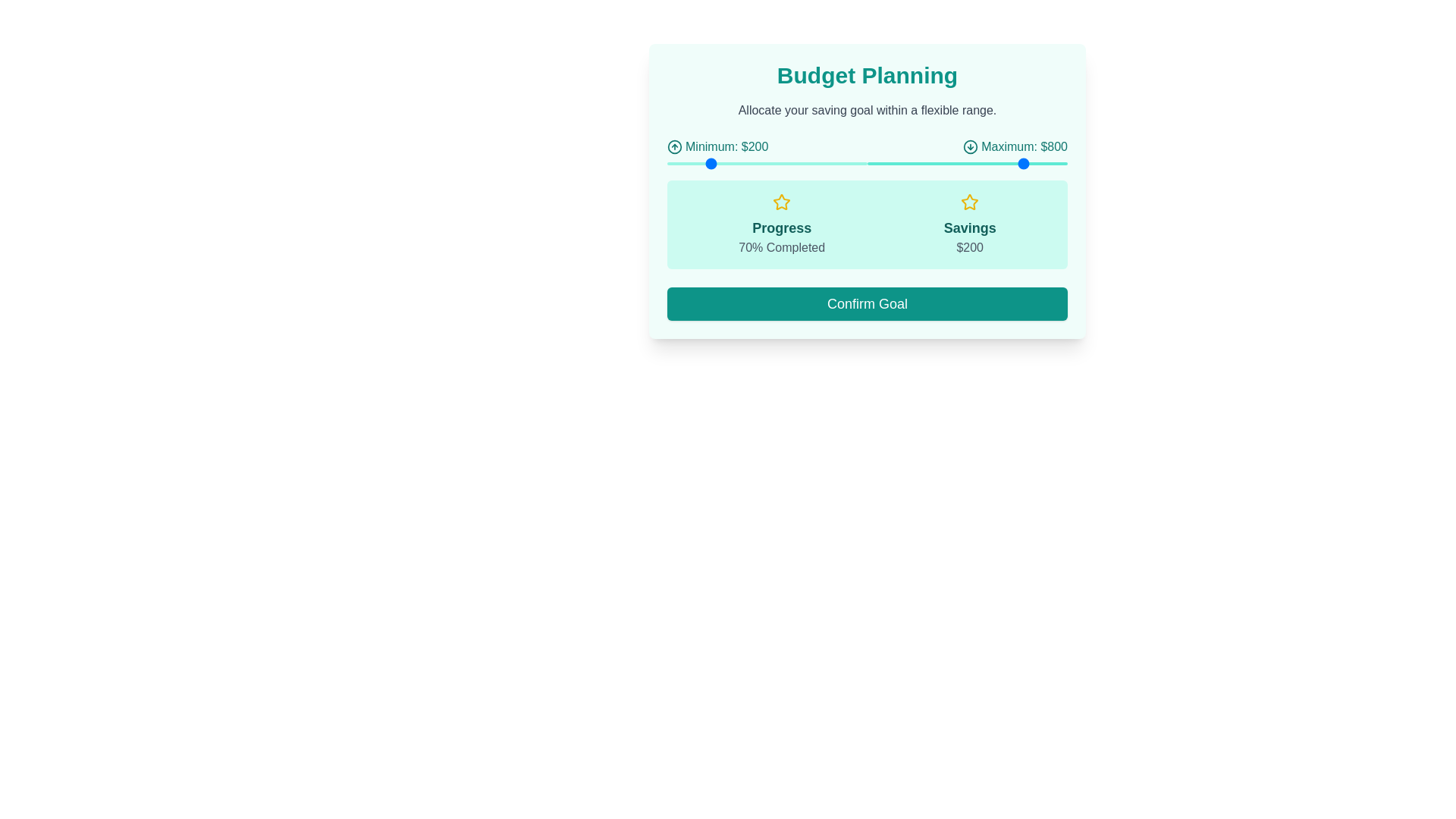  Describe the element at coordinates (969, 201) in the screenshot. I see `the star icon in the 'Savings' section, which visually represents a status or feature and enhances the card's appeal` at that location.